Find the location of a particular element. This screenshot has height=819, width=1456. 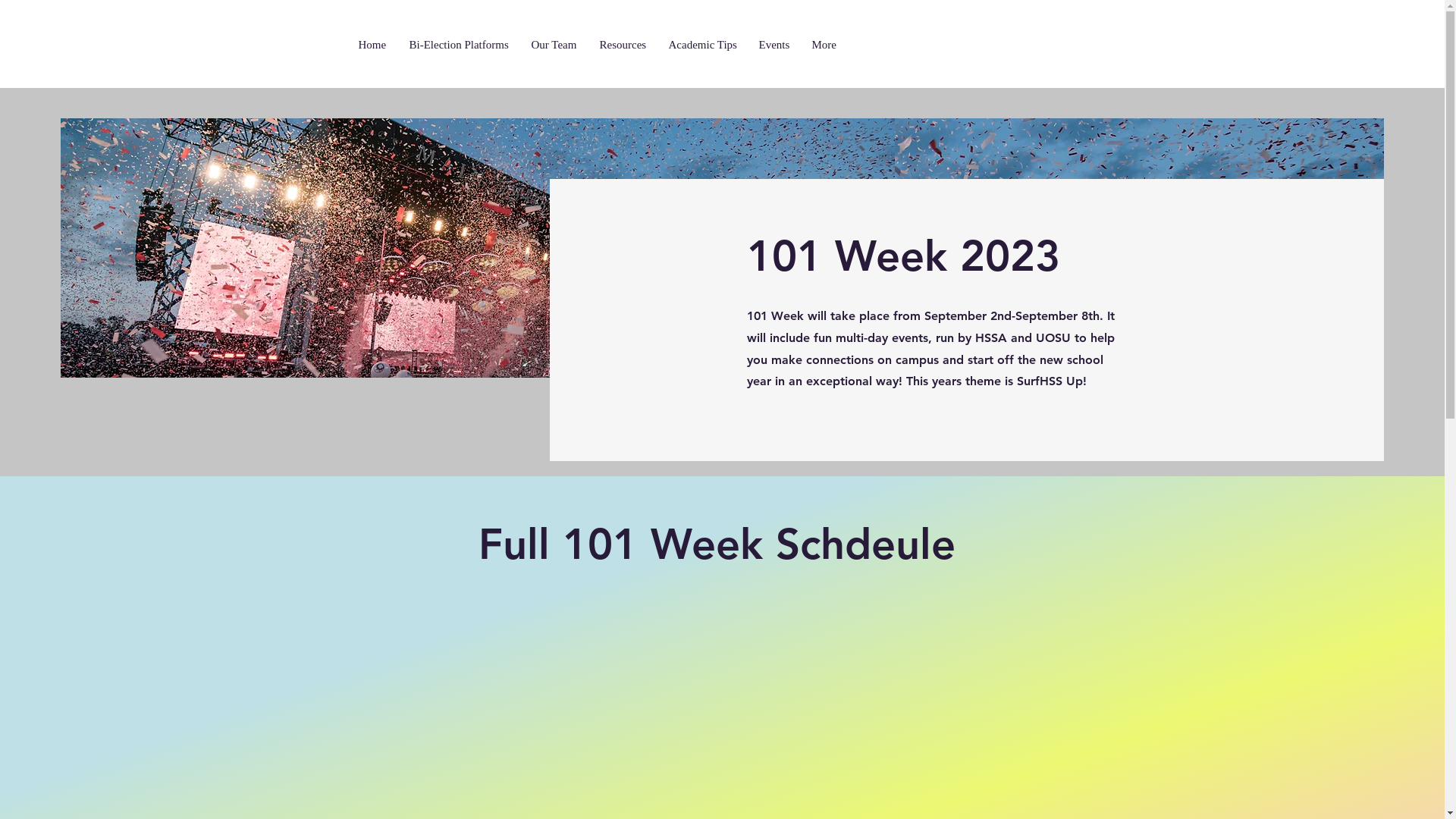

'Academic Tips' is located at coordinates (705, 44).